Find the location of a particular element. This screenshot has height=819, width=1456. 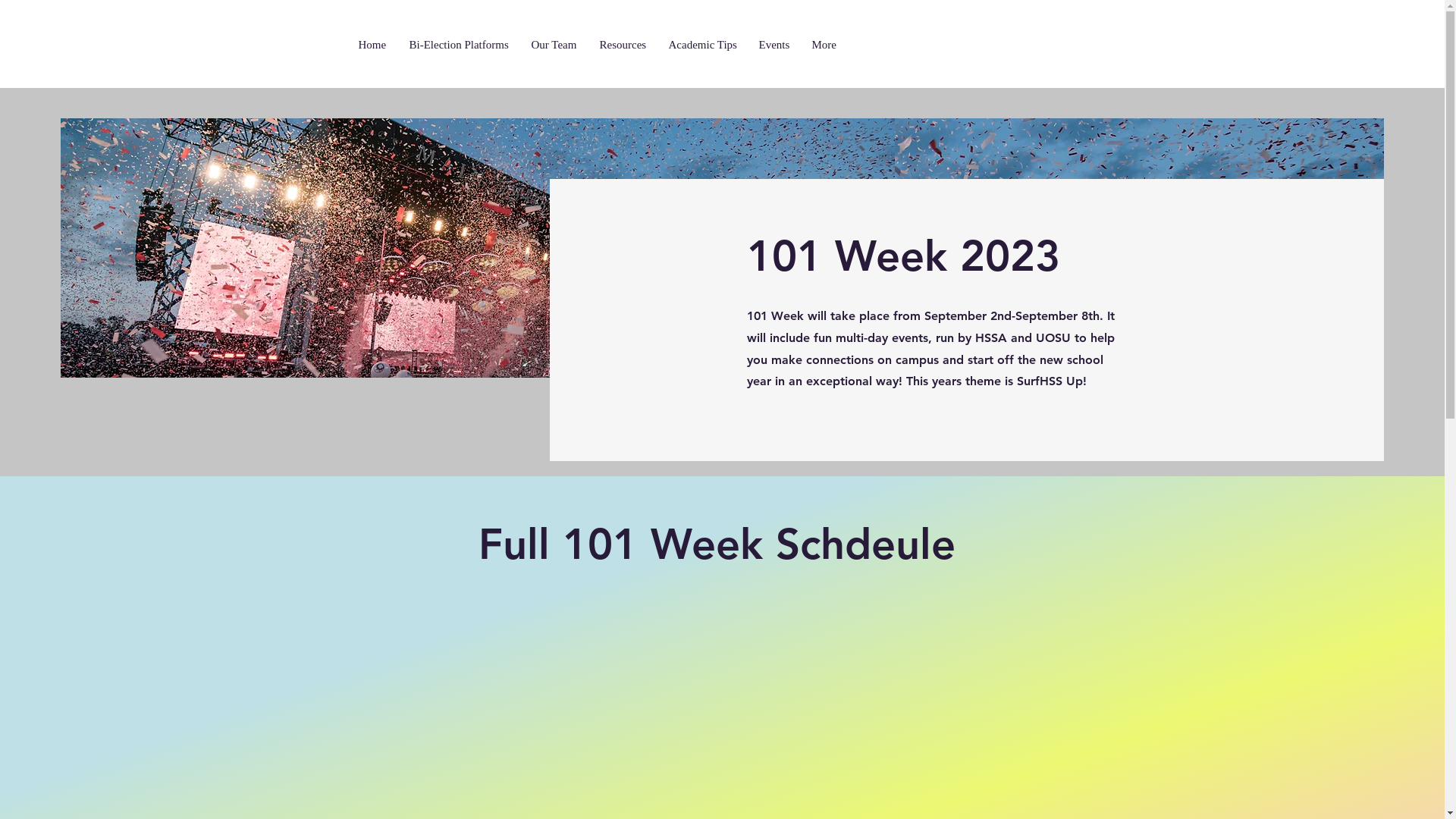

'Academic Tips' is located at coordinates (705, 44).